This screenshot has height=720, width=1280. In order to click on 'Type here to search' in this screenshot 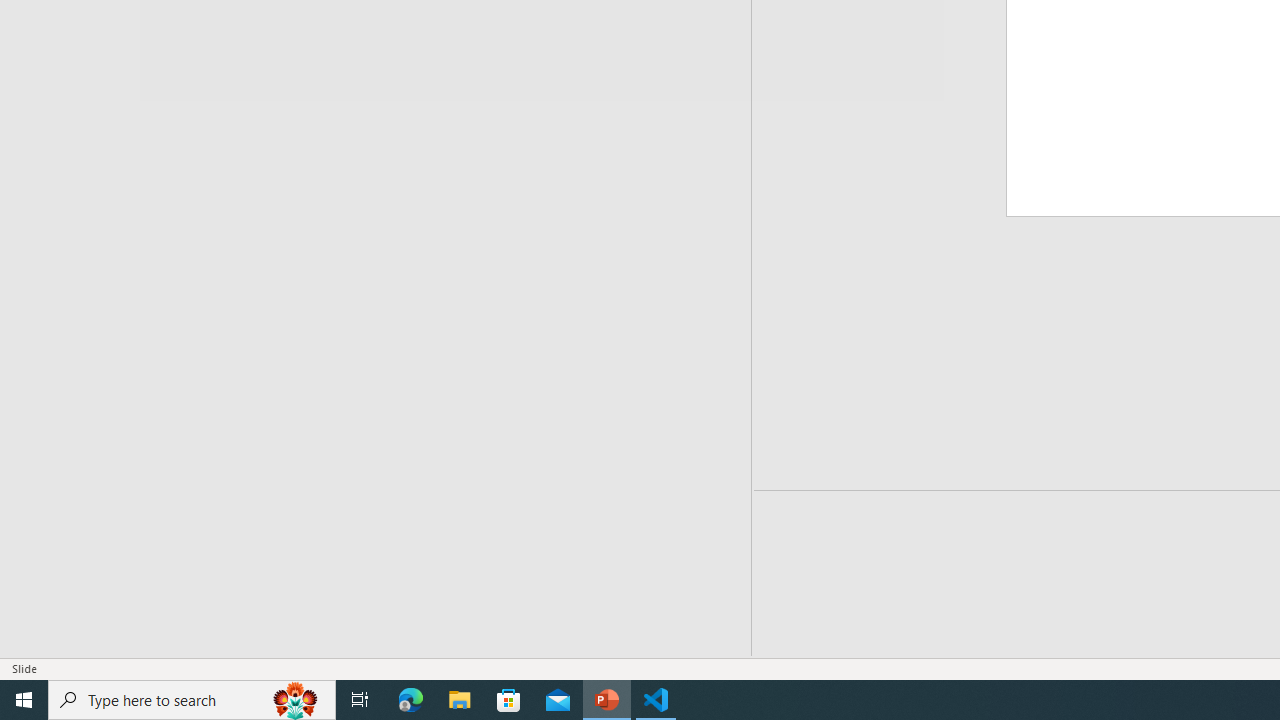, I will do `click(192, 698)`.